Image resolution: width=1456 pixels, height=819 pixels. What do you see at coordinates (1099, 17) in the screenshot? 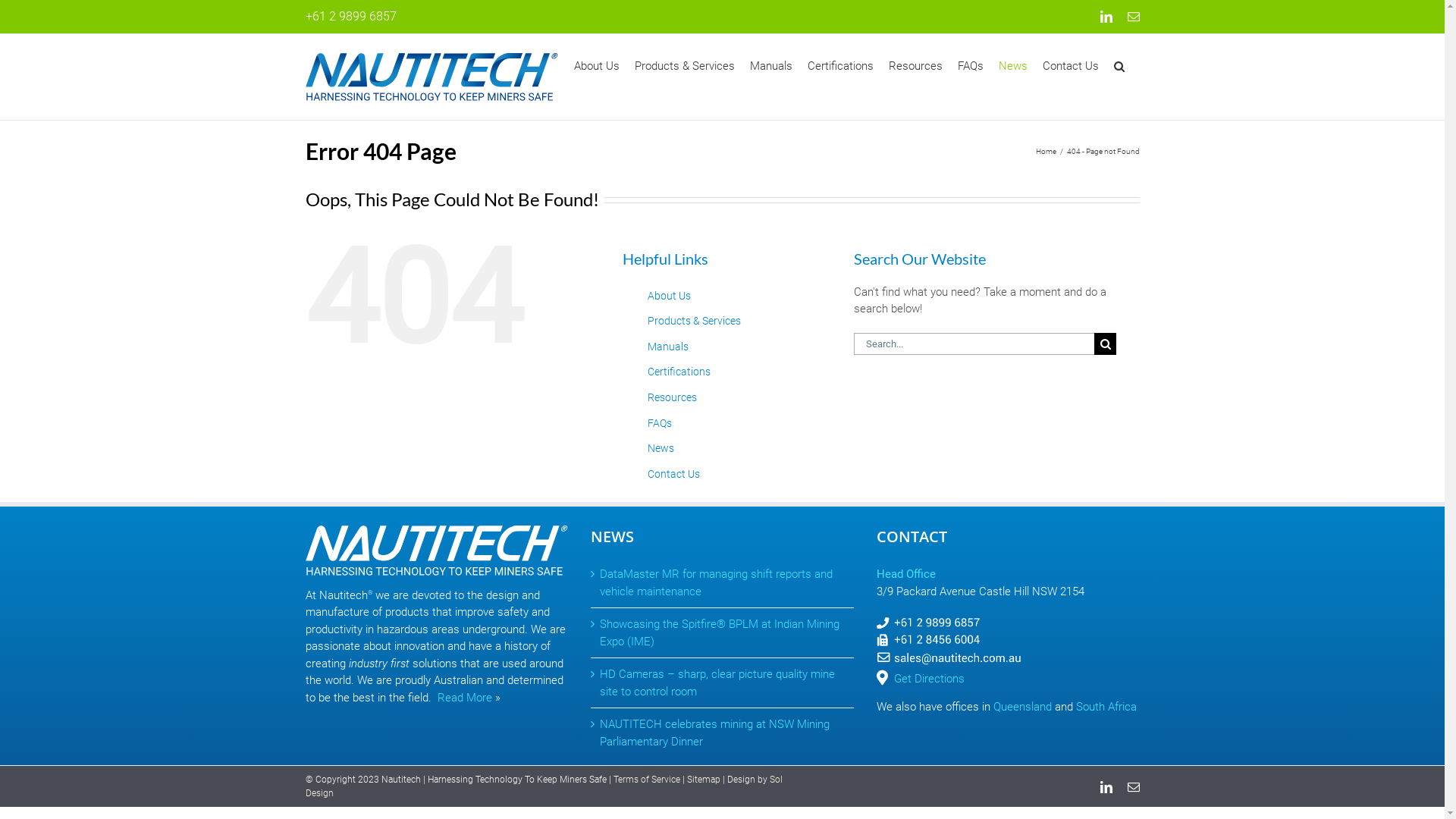
I see `'LinkedIn'` at bounding box center [1099, 17].